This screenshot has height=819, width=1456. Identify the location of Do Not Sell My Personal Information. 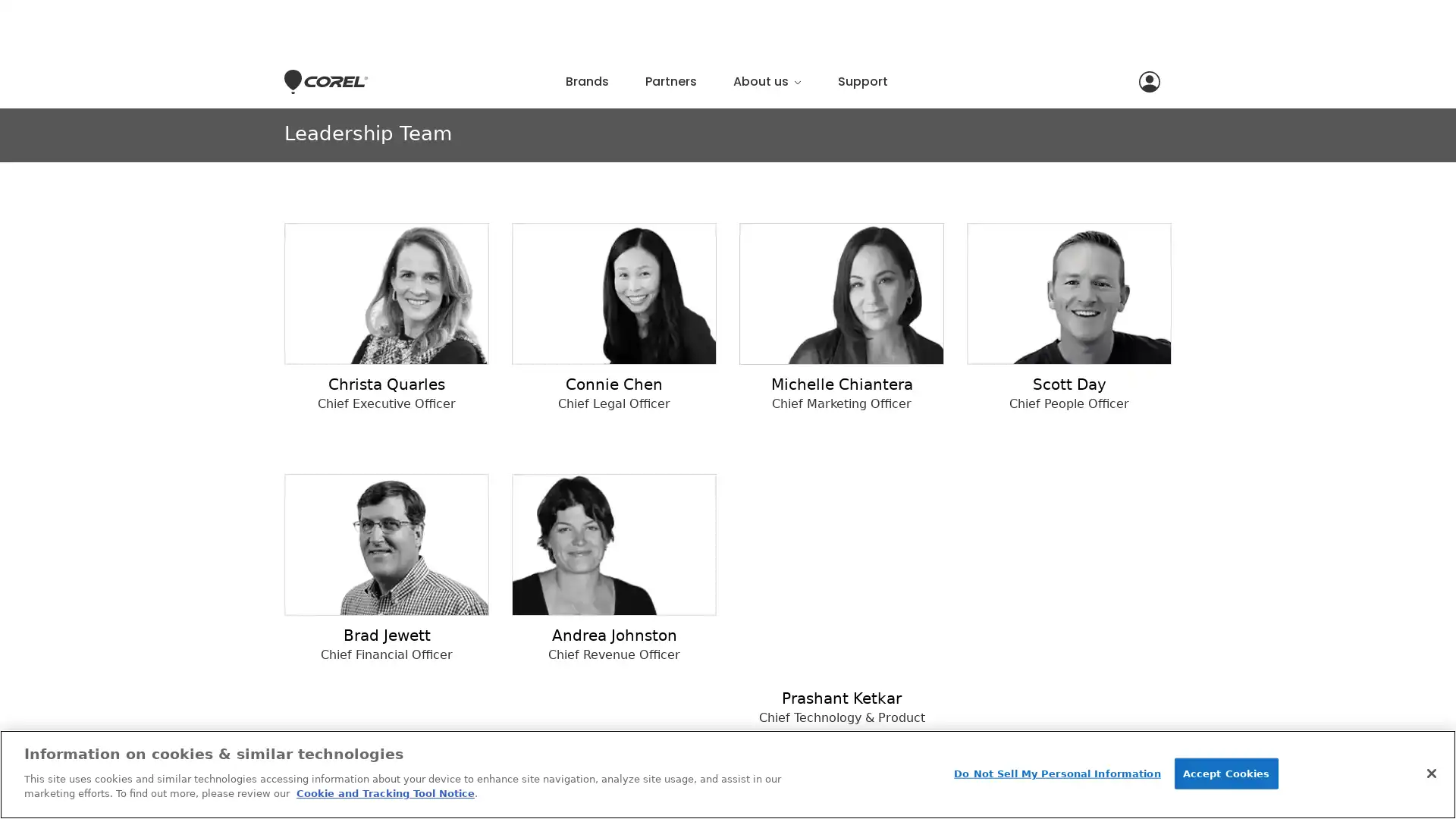
(1056, 773).